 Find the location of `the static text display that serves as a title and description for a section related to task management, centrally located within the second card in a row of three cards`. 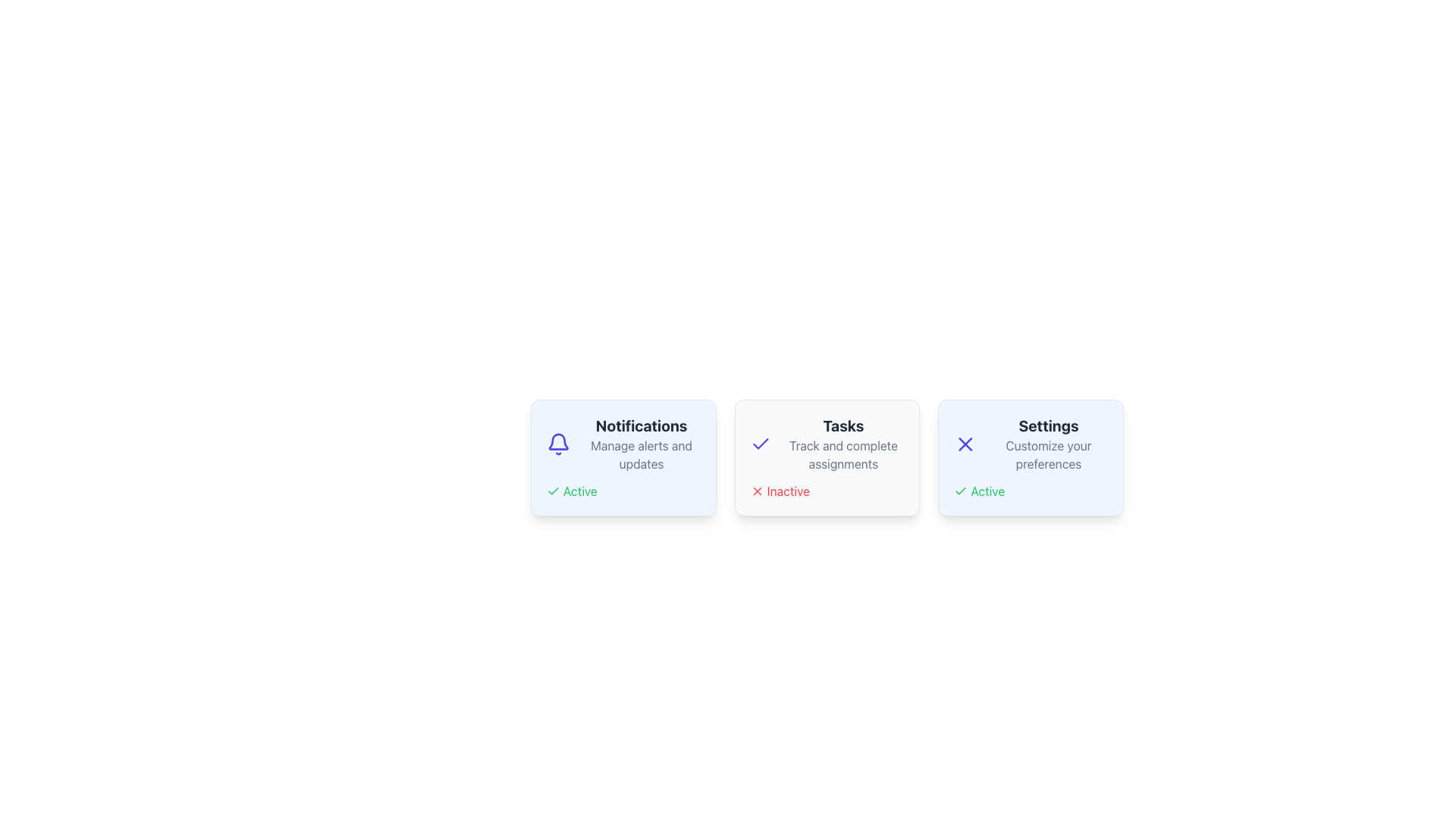

the static text display that serves as a title and description for a section related to task management, centrally located within the second card in a row of three cards is located at coordinates (826, 444).